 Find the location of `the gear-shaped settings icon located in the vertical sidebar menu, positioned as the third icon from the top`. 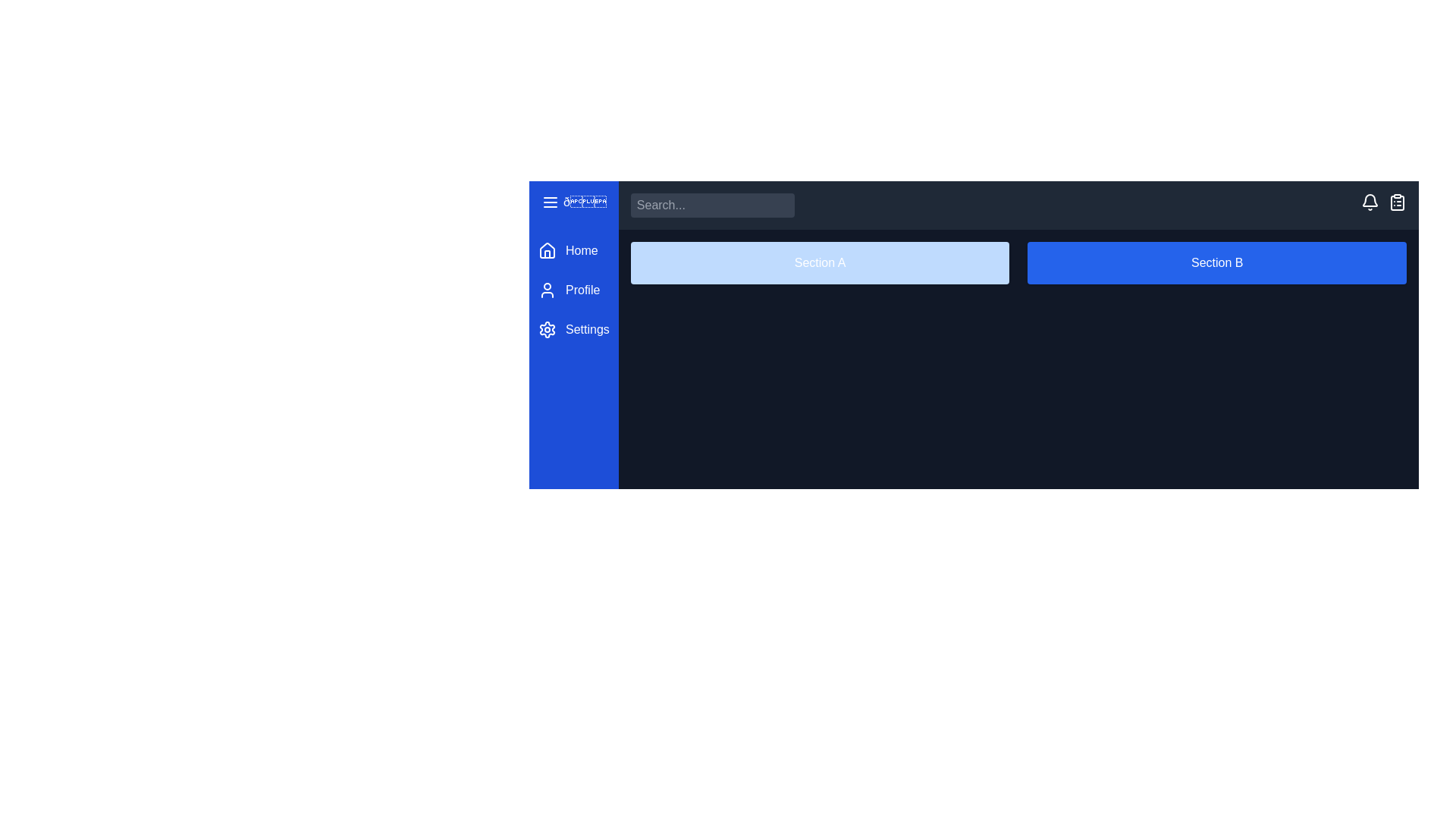

the gear-shaped settings icon located in the vertical sidebar menu, positioned as the third icon from the top is located at coordinates (546, 329).